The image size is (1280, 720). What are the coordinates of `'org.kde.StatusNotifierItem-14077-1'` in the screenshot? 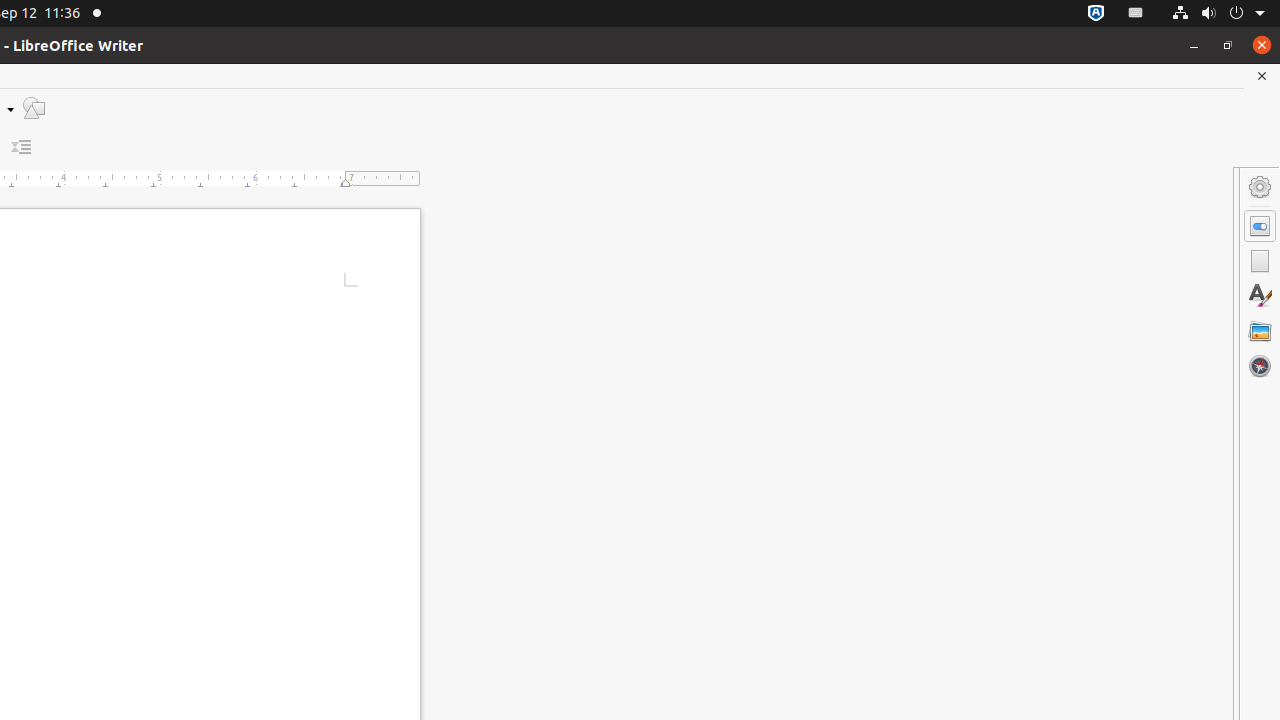 It's located at (1136, 13).